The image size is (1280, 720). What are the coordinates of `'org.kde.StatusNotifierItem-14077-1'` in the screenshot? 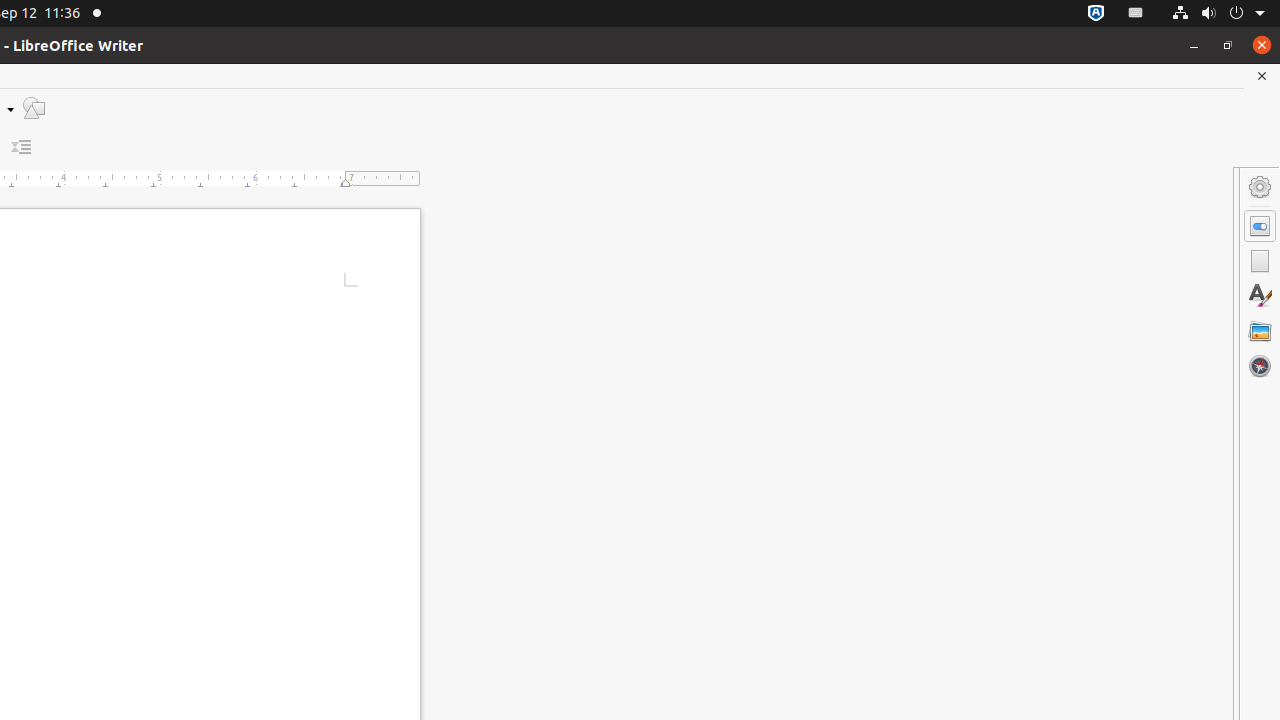 It's located at (1136, 13).